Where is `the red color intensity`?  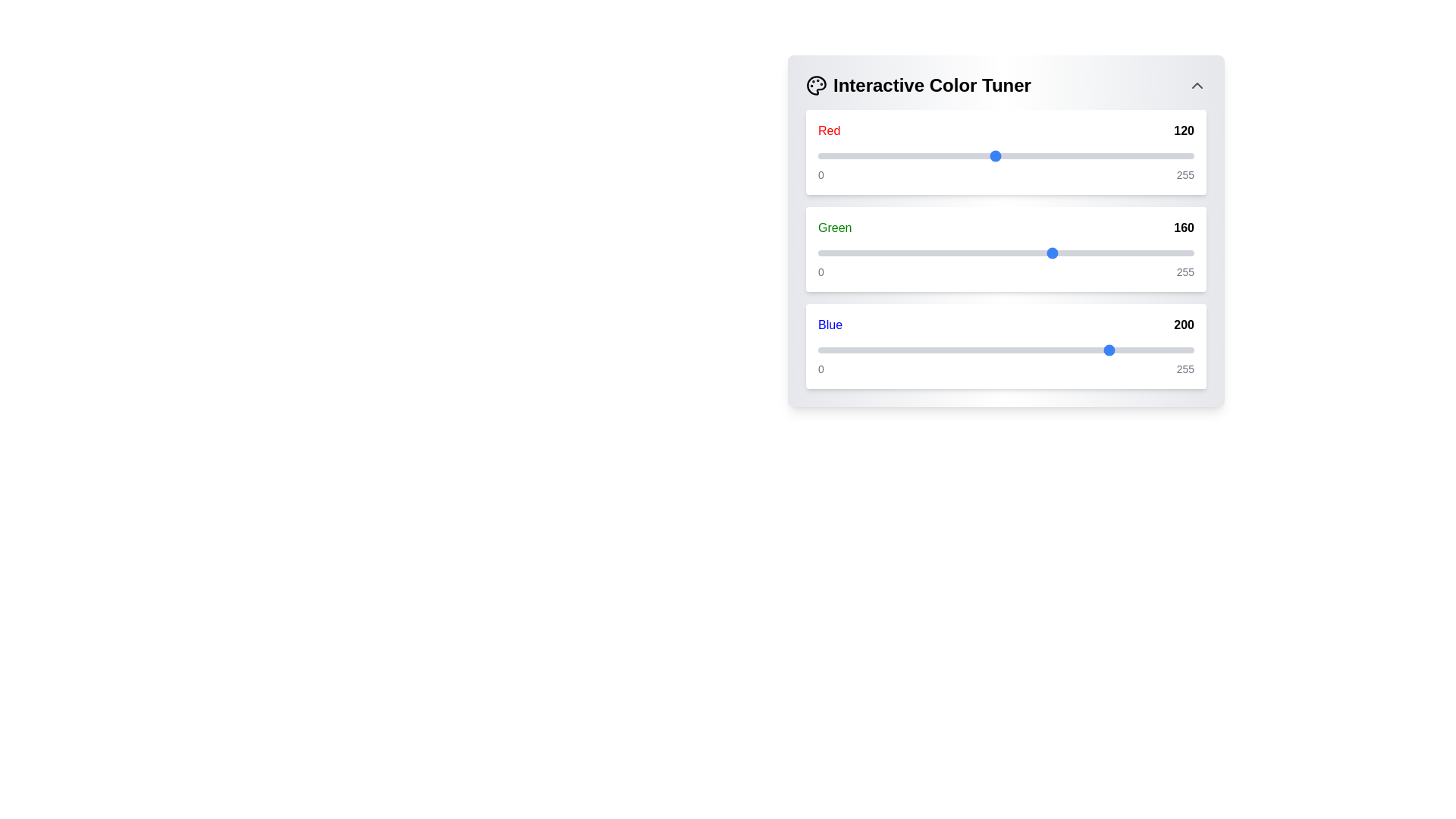
the red color intensity is located at coordinates (932, 155).